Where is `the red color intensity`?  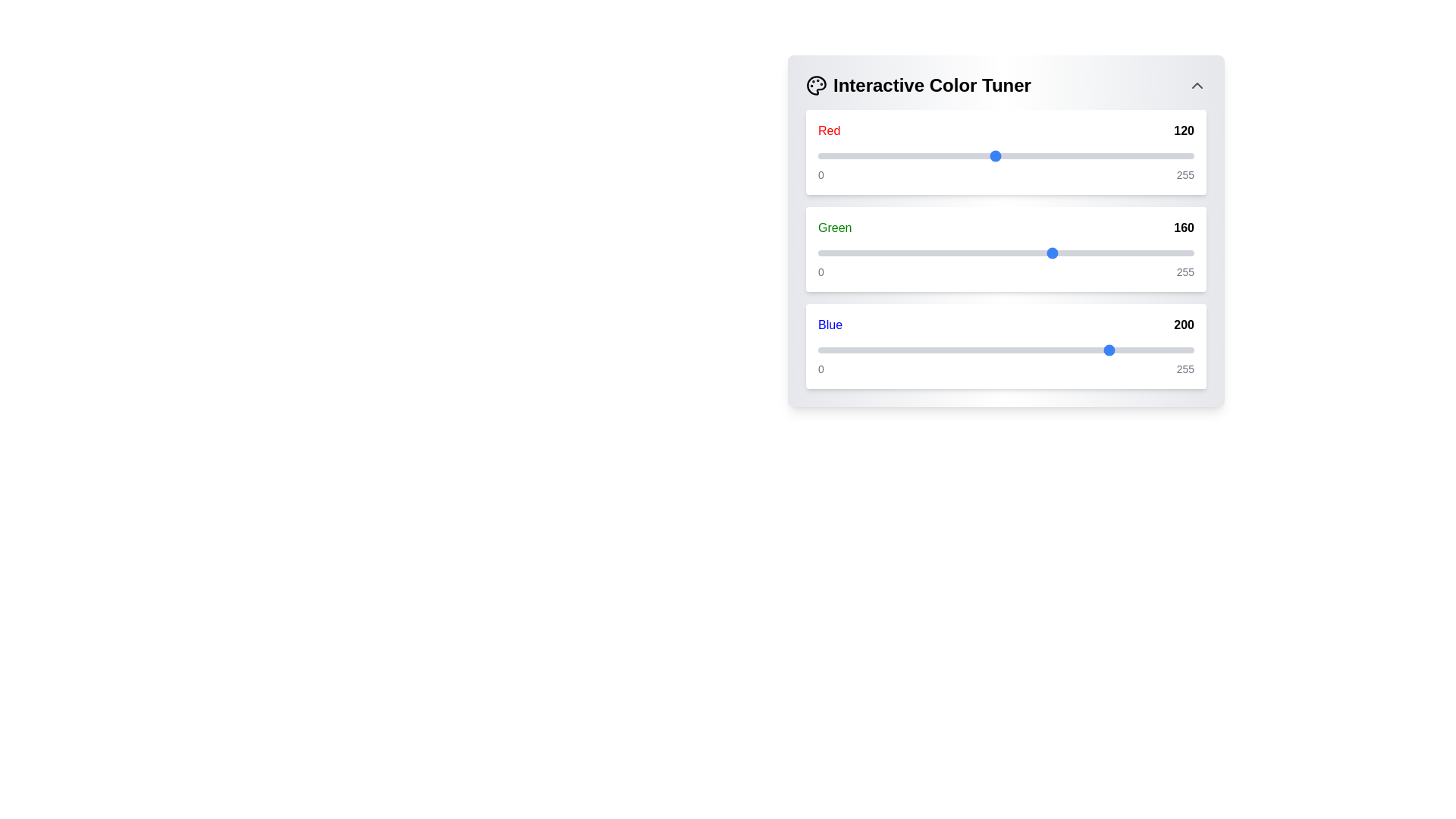
the red color intensity is located at coordinates (932, 155).